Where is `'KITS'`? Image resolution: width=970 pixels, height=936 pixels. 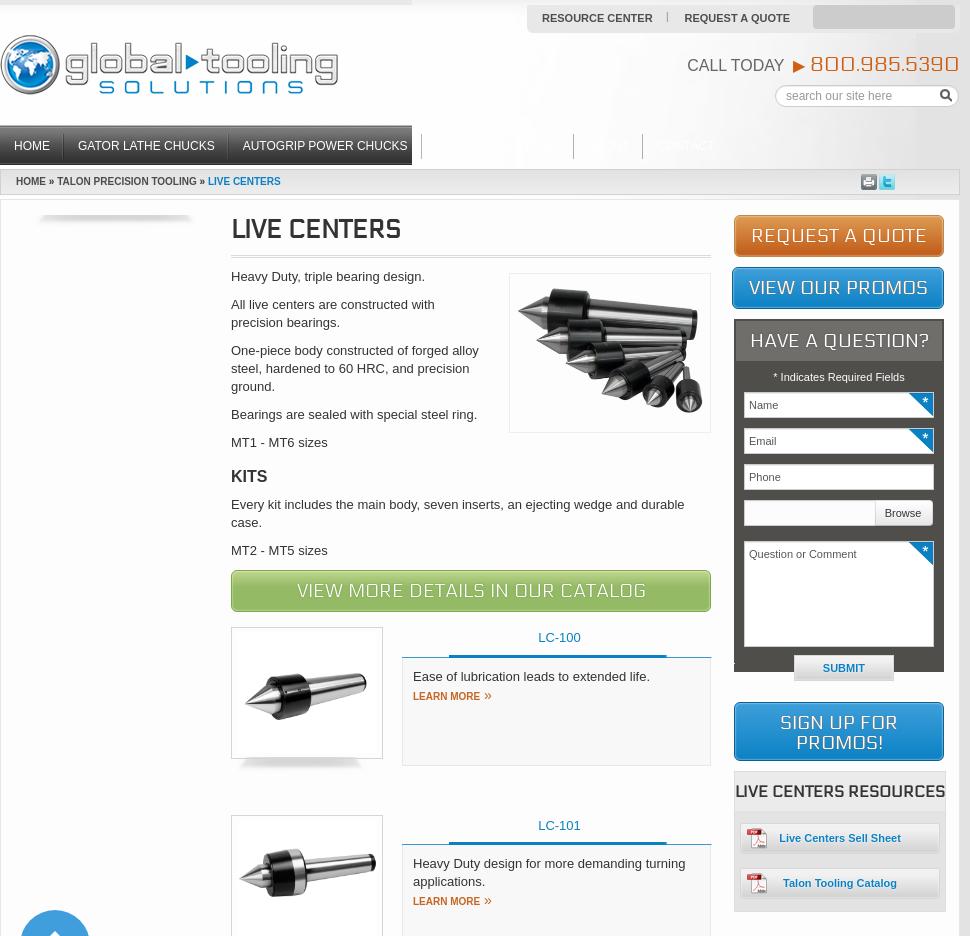
'KITS' is located at coordinates (247, 475).